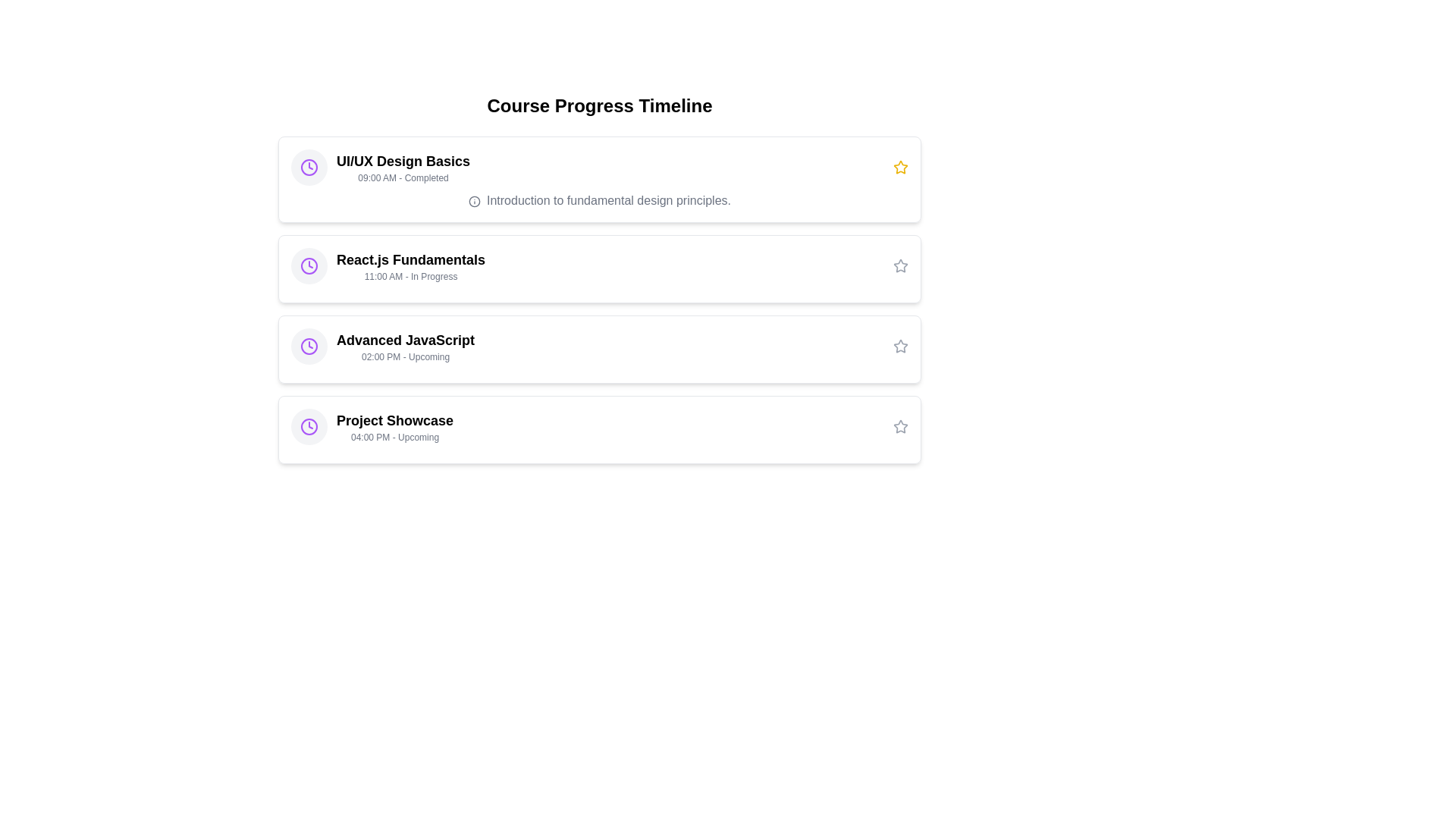 The image size is (1456, 819). Describe the element at coordinates (599, 430) in the screenshot. I see `the fourth Event card titled 'Project Showcase' in the Course Progress Timeline` at that location.